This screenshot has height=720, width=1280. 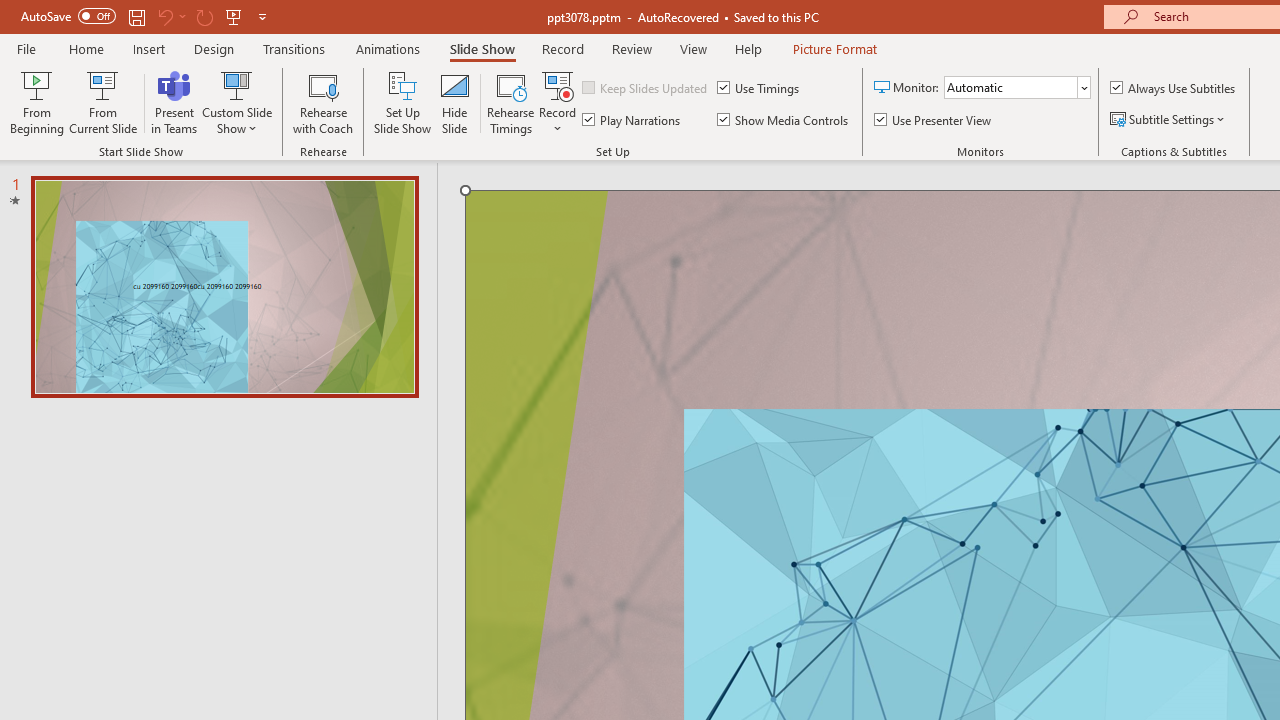 I want to click on 'Set Up Slide Show...', so click(x=402, y=103).